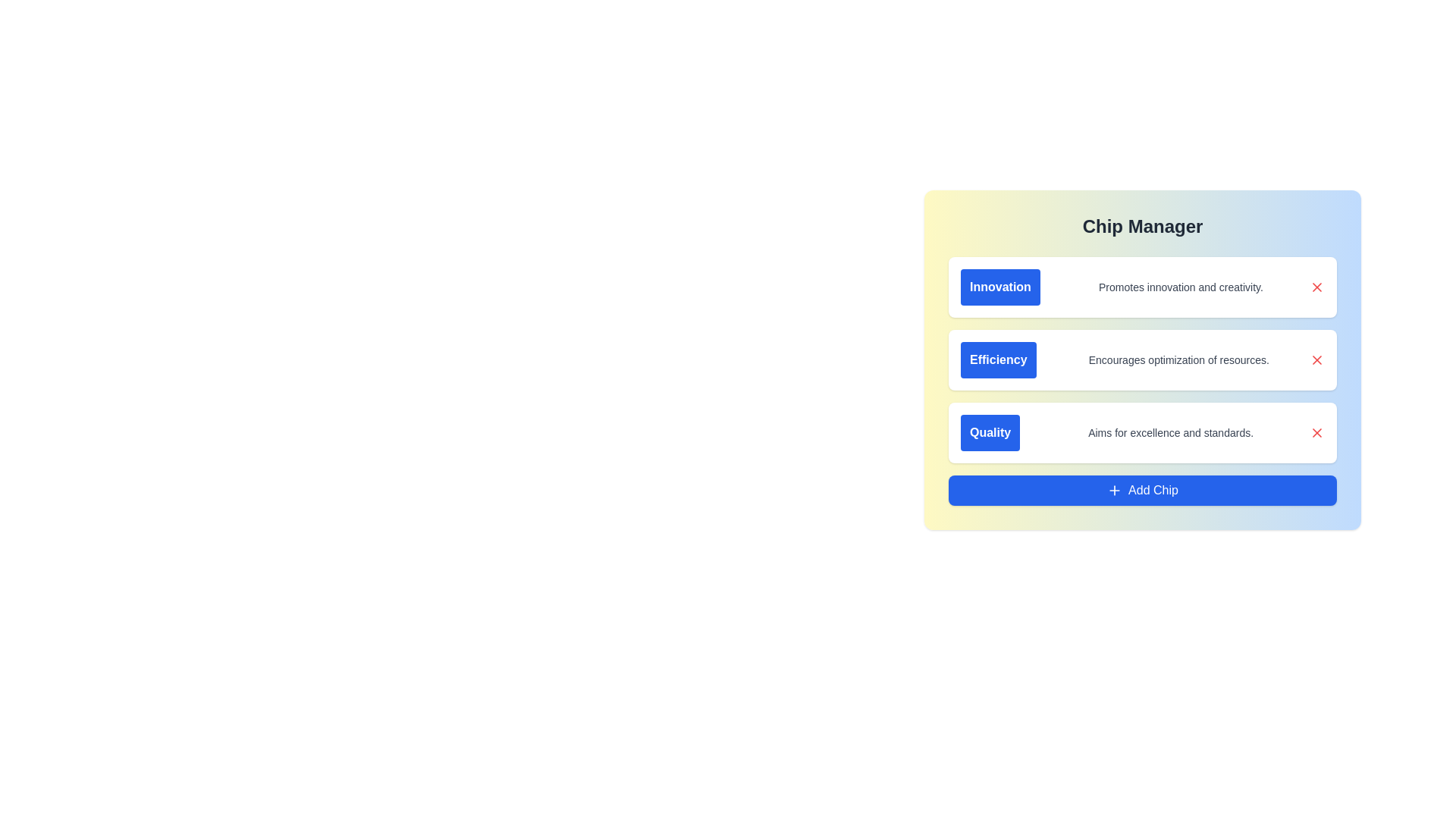 This screenshot has width=1456, height=819. Describe the element at coordinates (1143, 491) in the screenshot. I see `the 'Add Chip' button to add a new item` at that location.